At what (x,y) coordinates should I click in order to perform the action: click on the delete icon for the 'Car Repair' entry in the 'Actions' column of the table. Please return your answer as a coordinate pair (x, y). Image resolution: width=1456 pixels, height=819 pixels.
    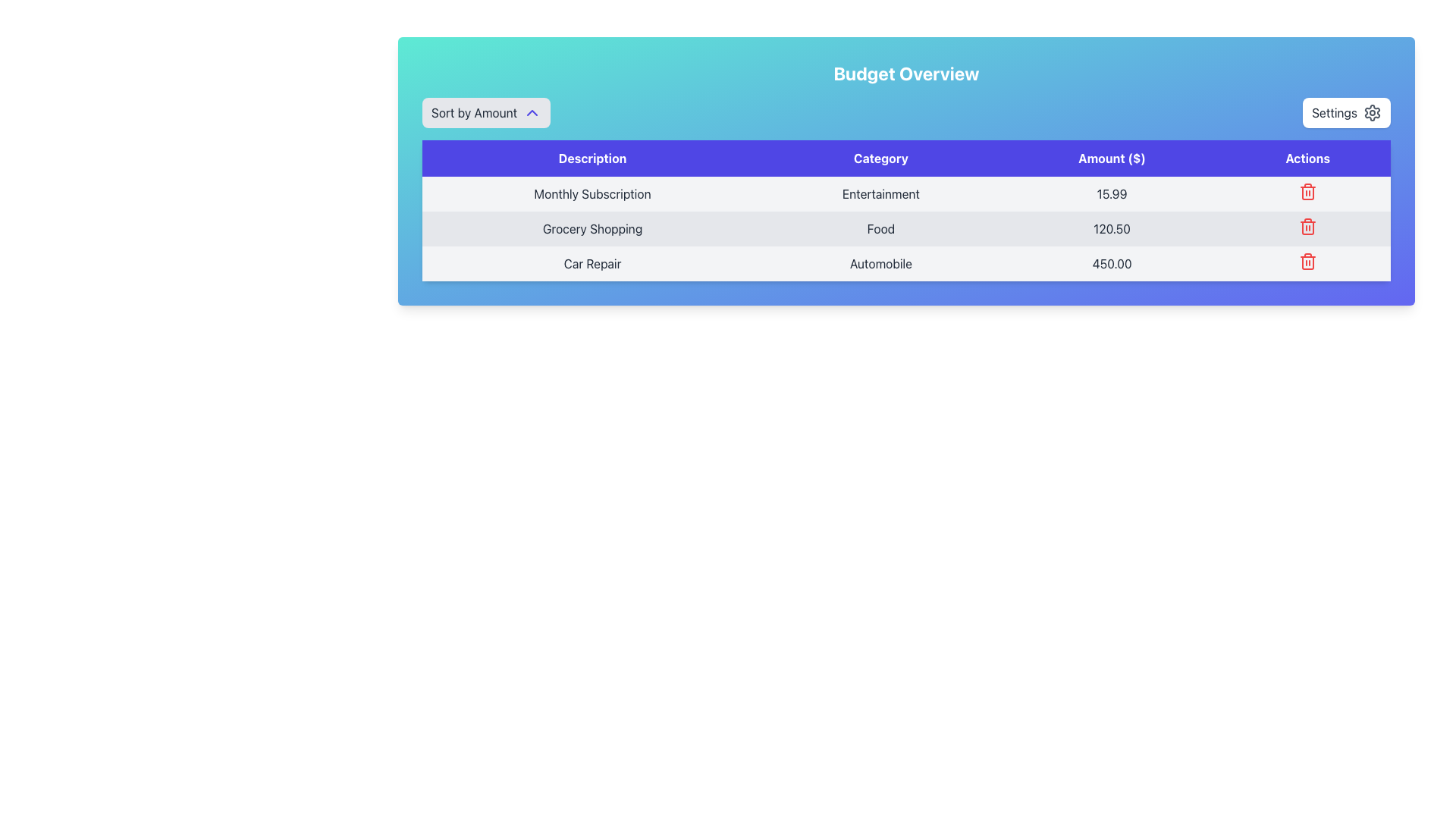
    Looking at the image, I should click on (1307, 192).